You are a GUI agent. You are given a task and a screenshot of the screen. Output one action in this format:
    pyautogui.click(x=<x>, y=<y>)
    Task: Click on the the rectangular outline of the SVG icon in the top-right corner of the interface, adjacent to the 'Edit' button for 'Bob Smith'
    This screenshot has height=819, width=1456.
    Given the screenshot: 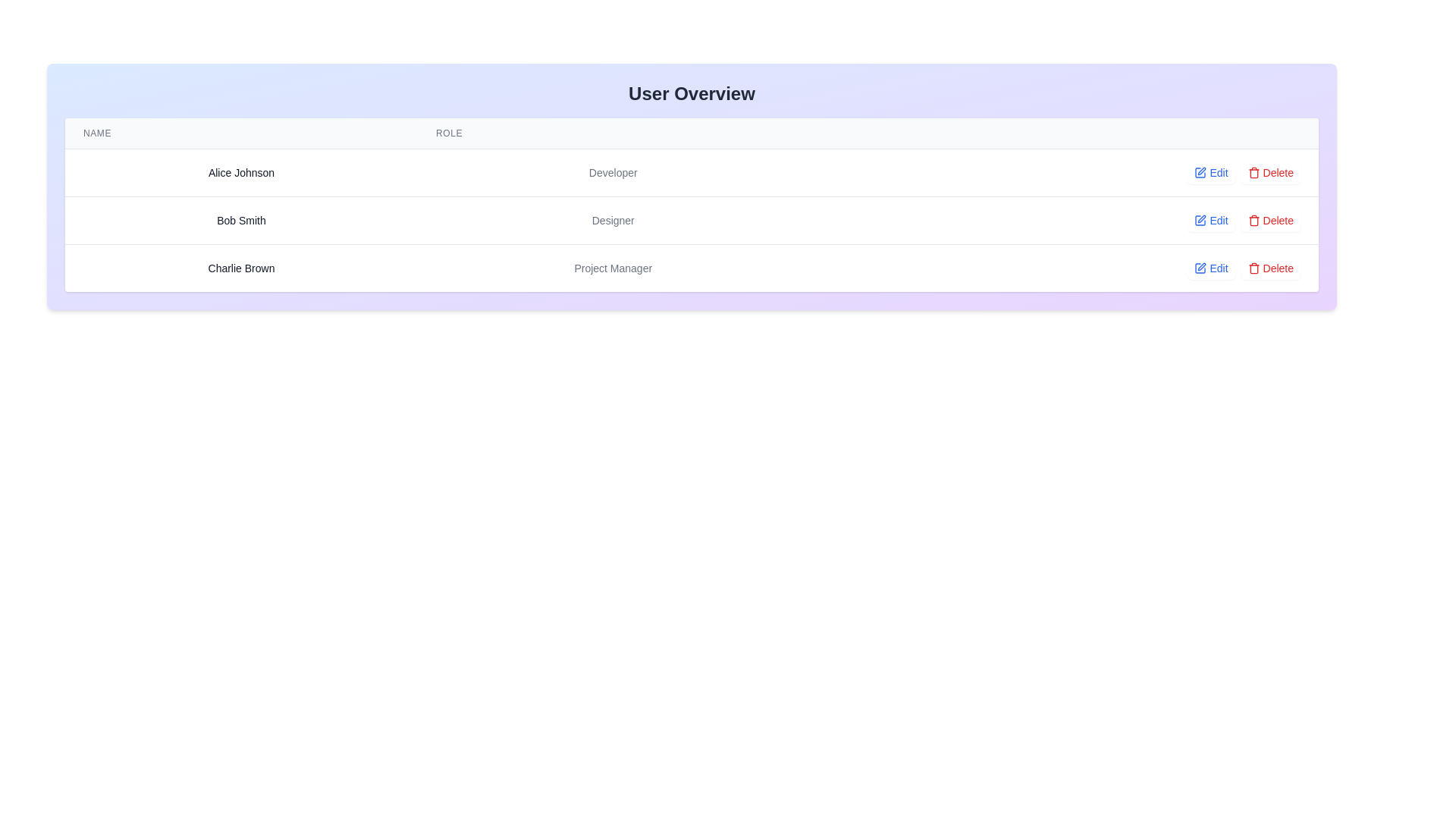 What is the action you would take?
    pyautogui.click(x=1200, y=220)
    